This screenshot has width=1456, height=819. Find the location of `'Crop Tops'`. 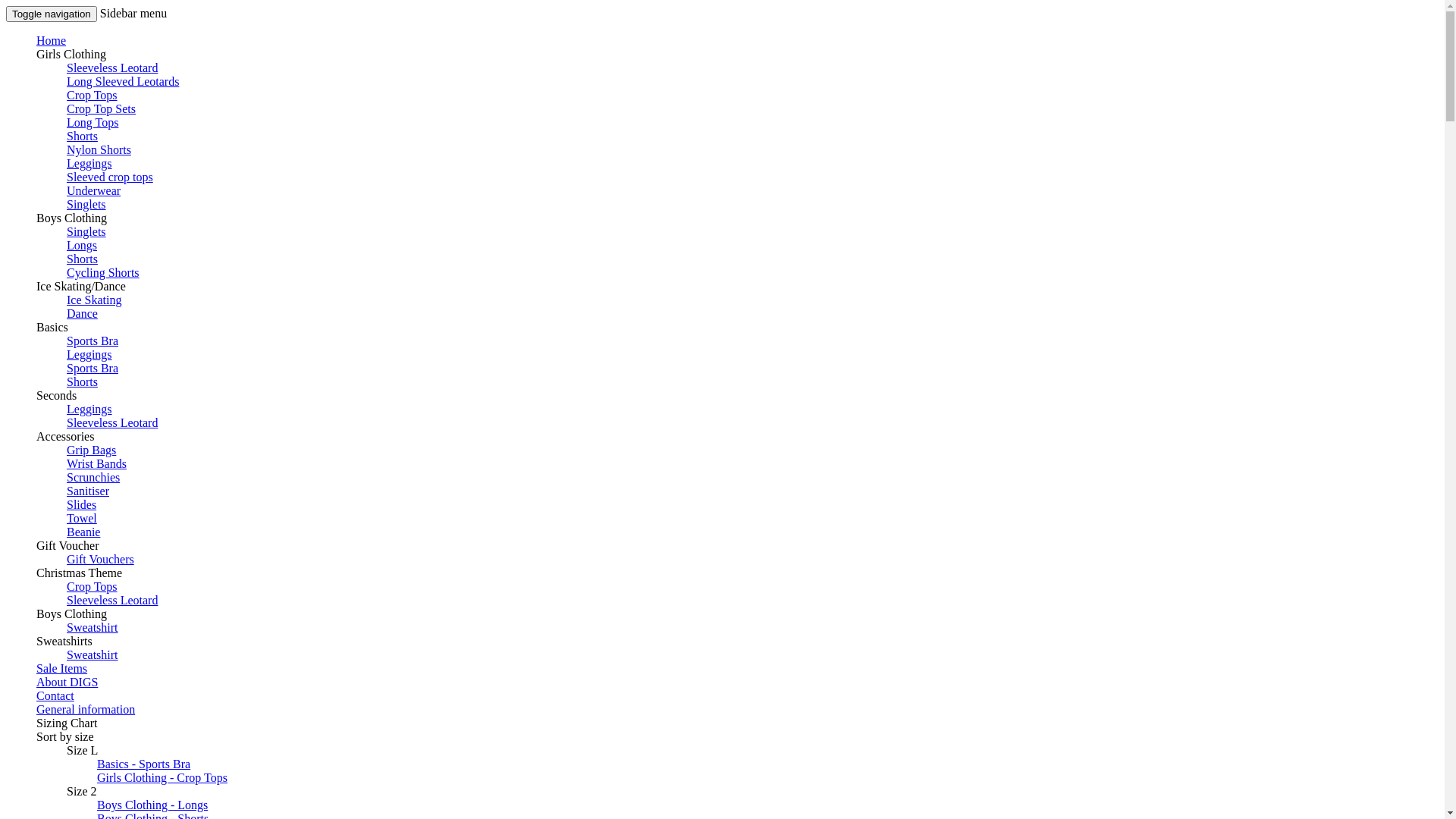

'Crop Tops' is located at coordinates (91, 585).